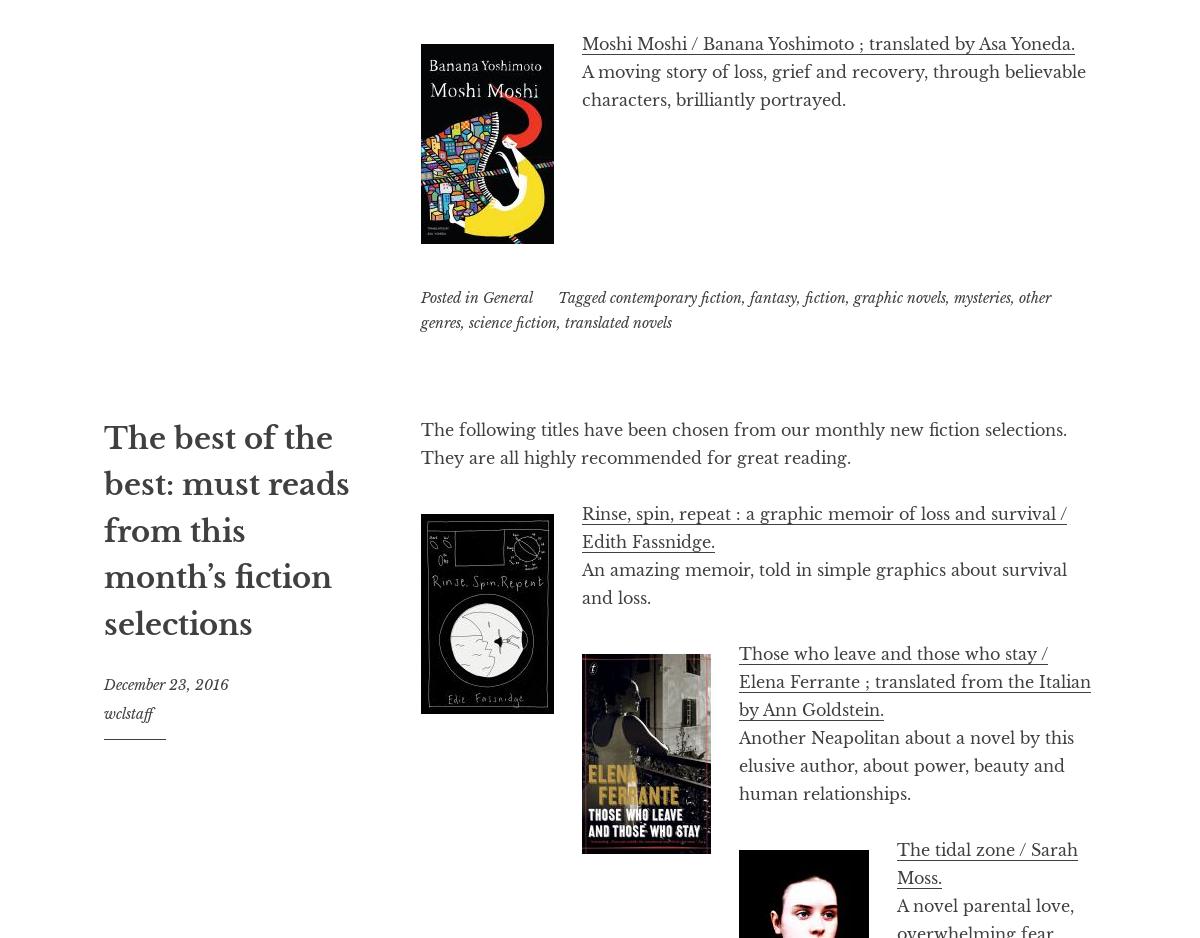  What do you see at coordinates (618, 321) in the screenshot?
I see `'translated novels'` at bounding box center [618, 321].